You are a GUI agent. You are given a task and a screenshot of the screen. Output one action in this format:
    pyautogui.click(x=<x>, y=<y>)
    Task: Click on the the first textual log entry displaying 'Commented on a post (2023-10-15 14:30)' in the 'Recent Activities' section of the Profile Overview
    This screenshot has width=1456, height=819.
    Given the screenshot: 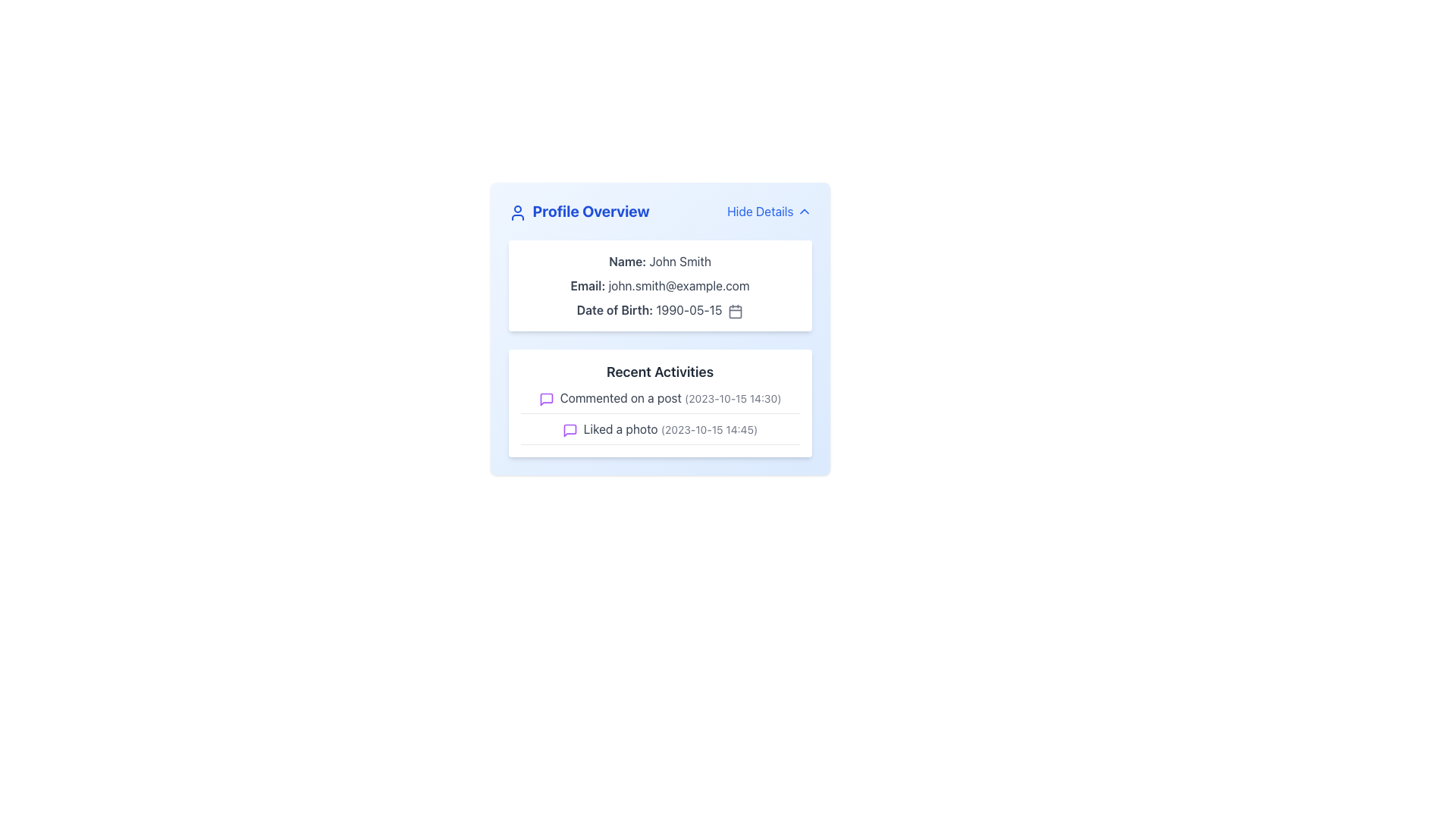 What is the action you would take?
    pyautogui.click(x=660, y=400)
    